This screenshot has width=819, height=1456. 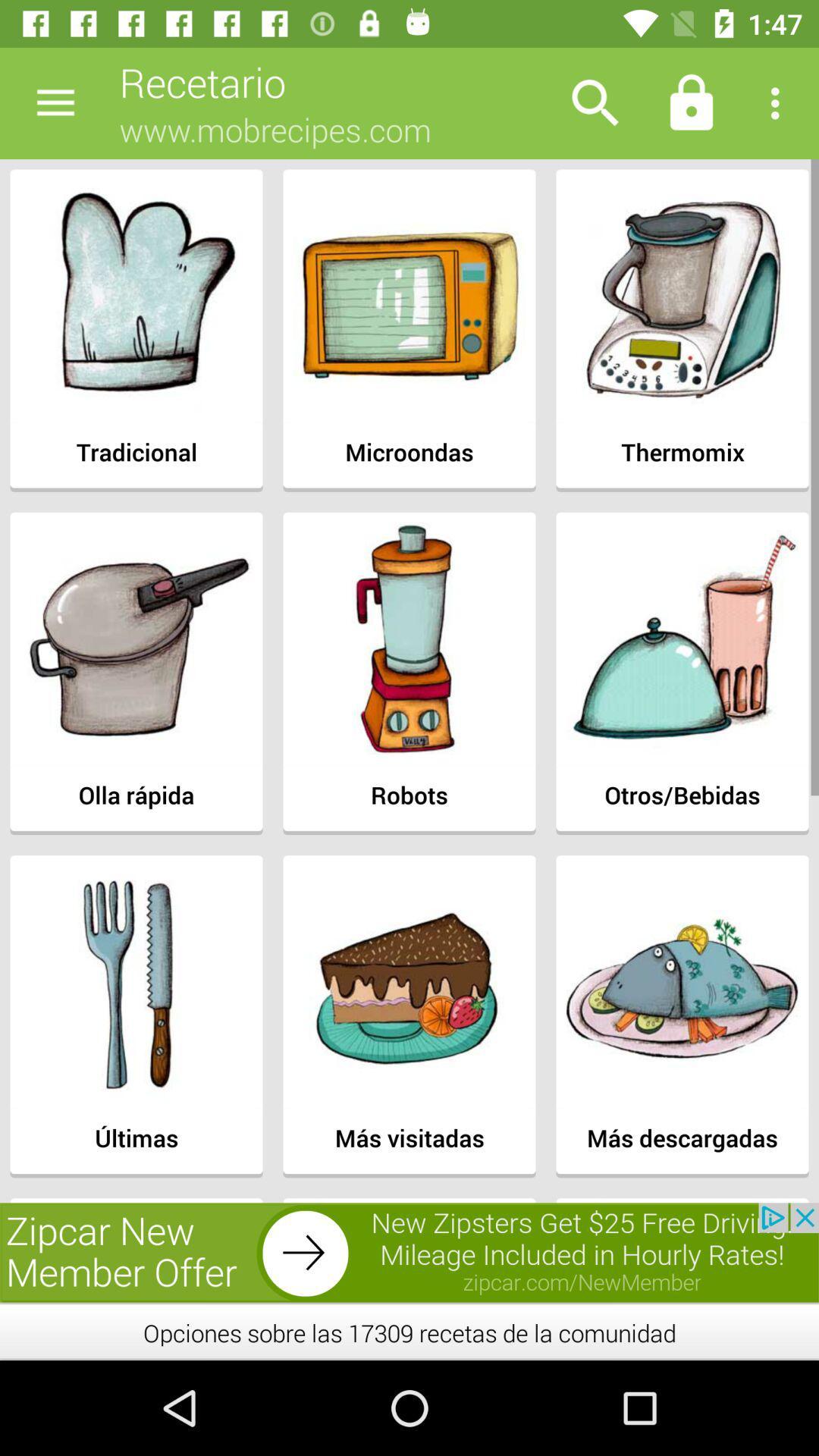 What do you see at coordinates (409, 1252) in the screenshot?
I see `advertisement` at bounding box center [409, 1252].